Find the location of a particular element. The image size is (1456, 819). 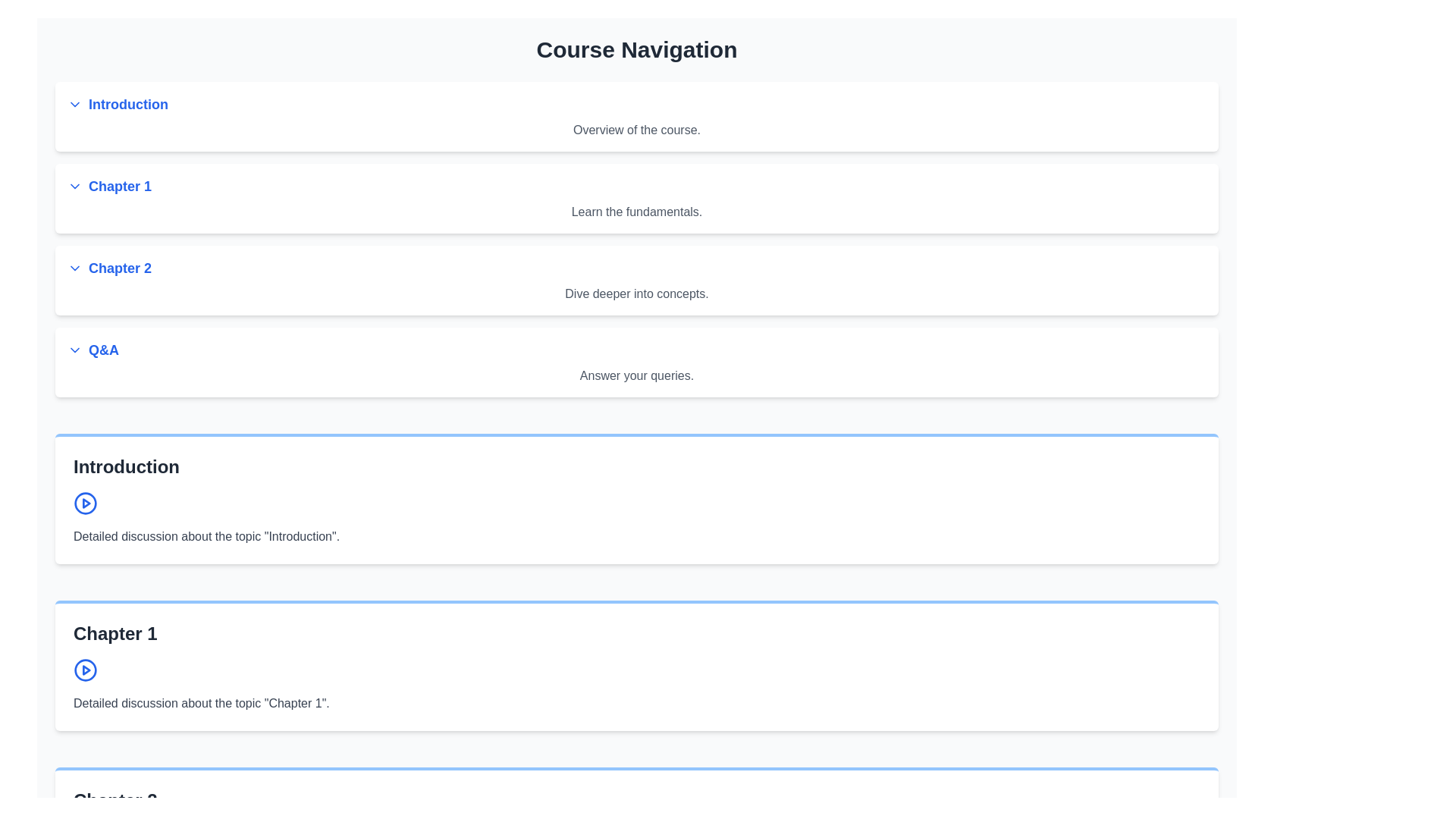

the downward chevron icon indicating the expandable 'Chapter 2' section in the Course Navigation interface for tooltip or visual feedback is located at coordinates (74, 268).